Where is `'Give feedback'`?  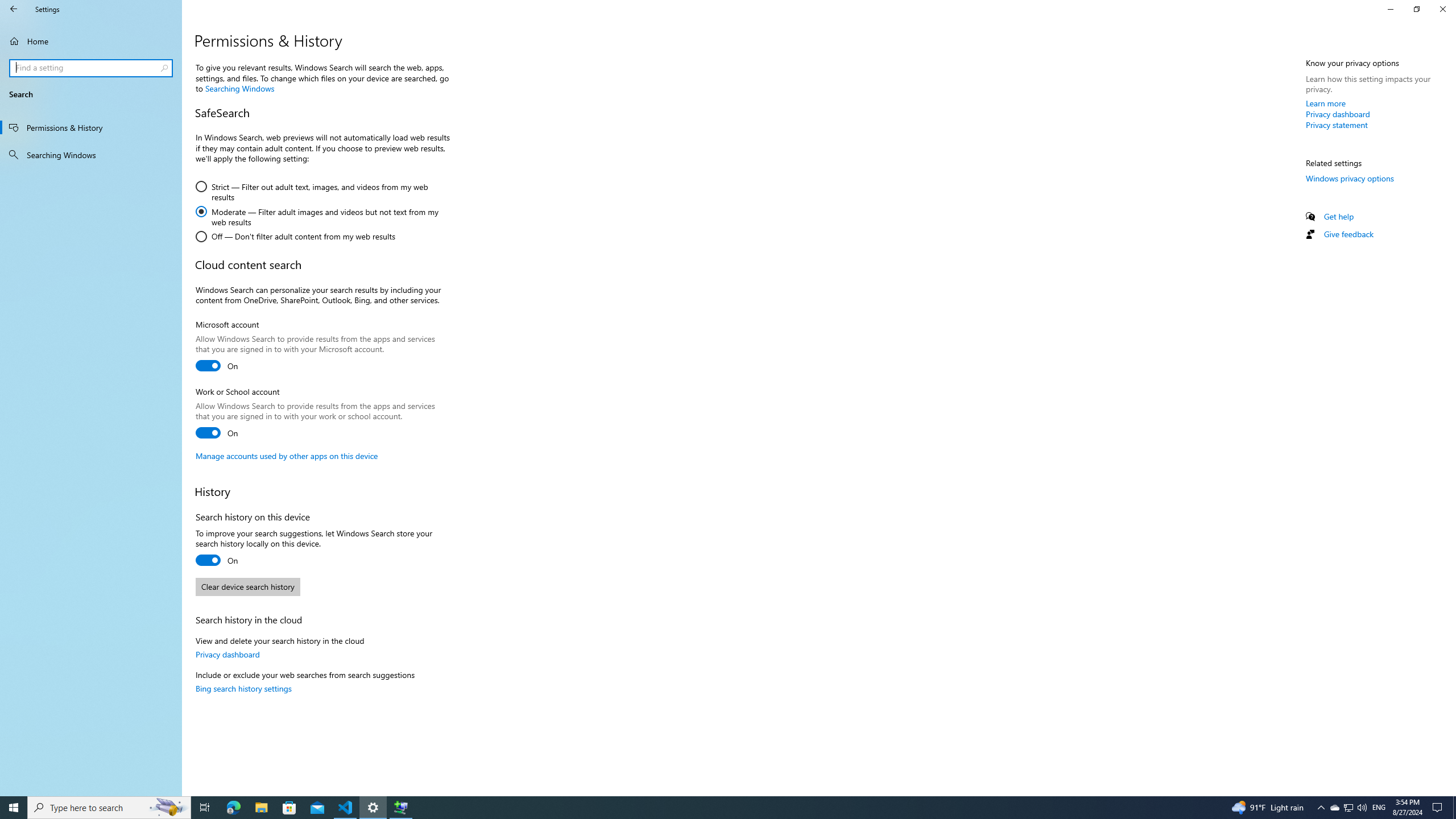 'Give feedback' is located at coordinates (1347, 233).